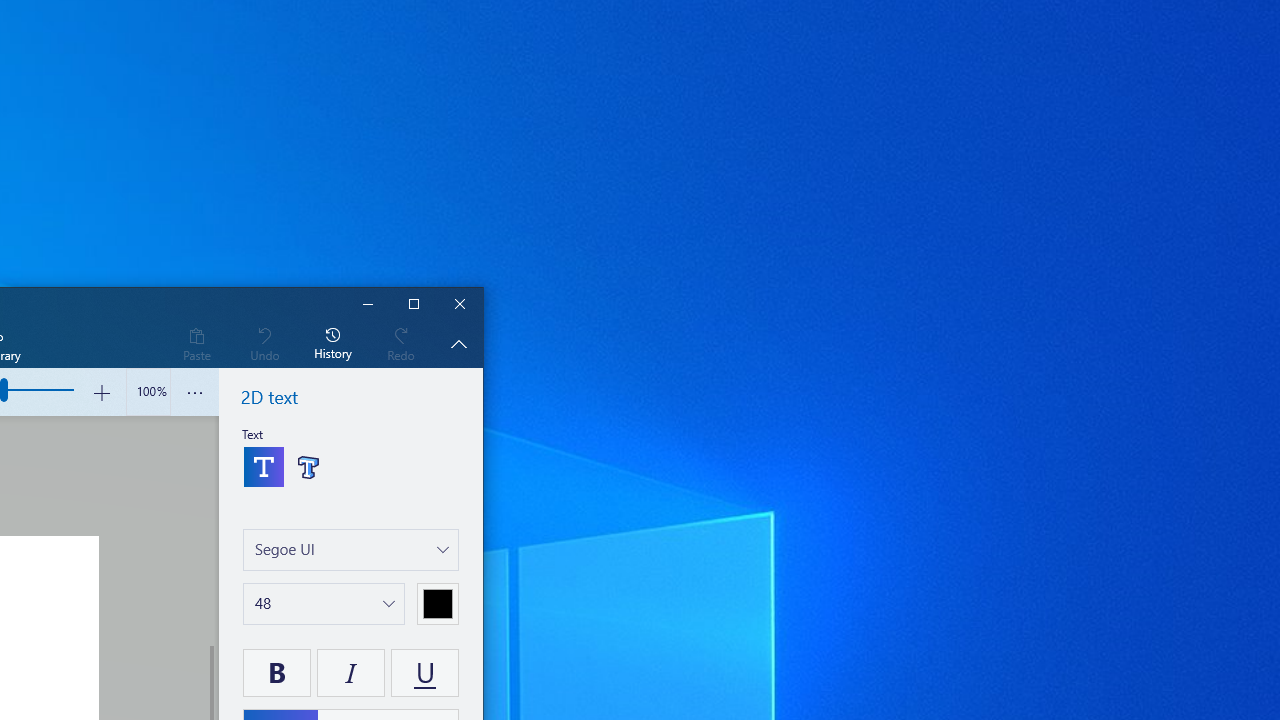 The image size is (1280, 720). Describe the element at coordinates (262, 602) in the screenshot. I see `'48'` at that location.